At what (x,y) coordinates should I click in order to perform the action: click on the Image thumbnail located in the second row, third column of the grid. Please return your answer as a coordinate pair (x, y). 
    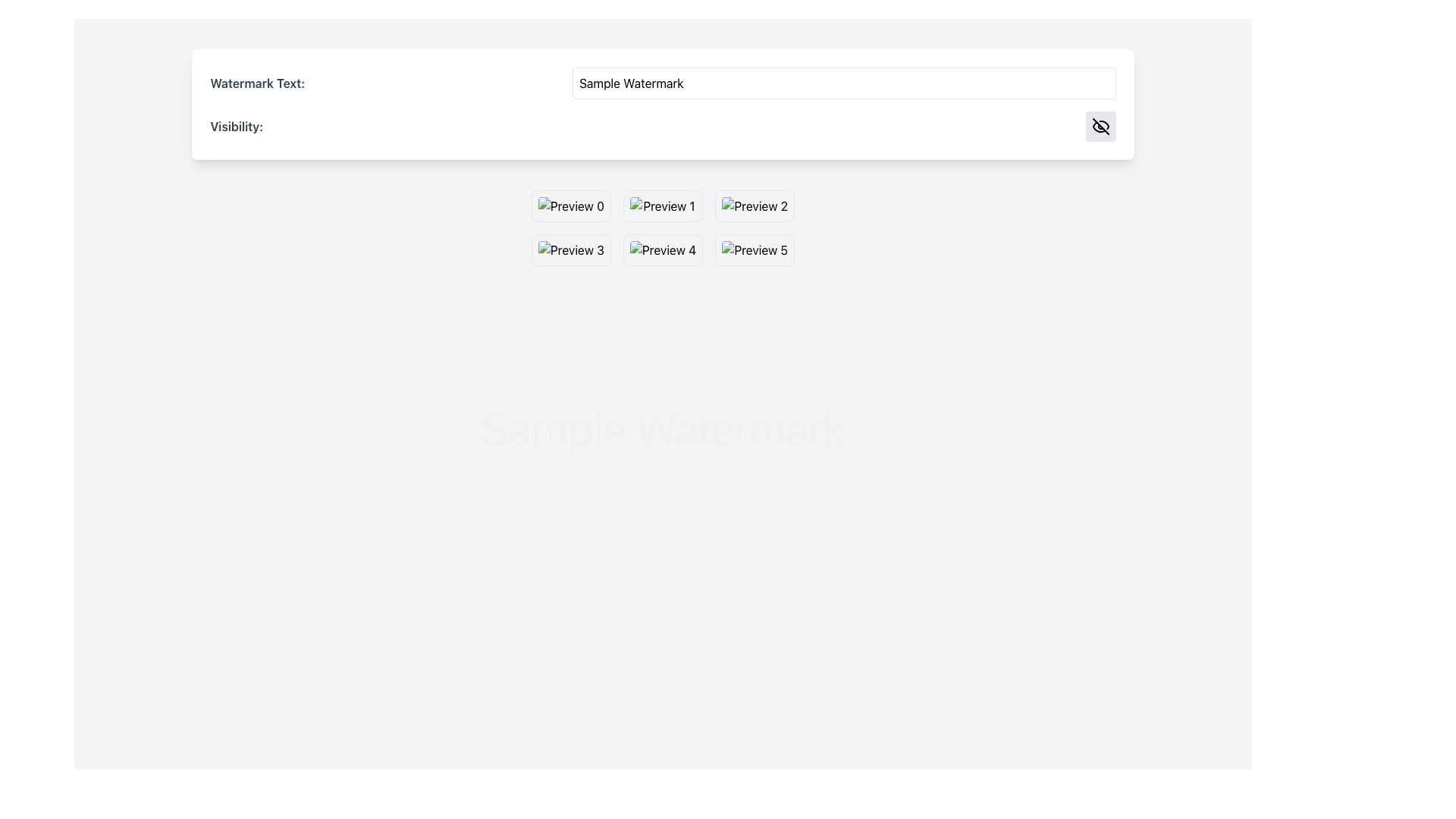
    Looking at the image, I should click on (755, 249).